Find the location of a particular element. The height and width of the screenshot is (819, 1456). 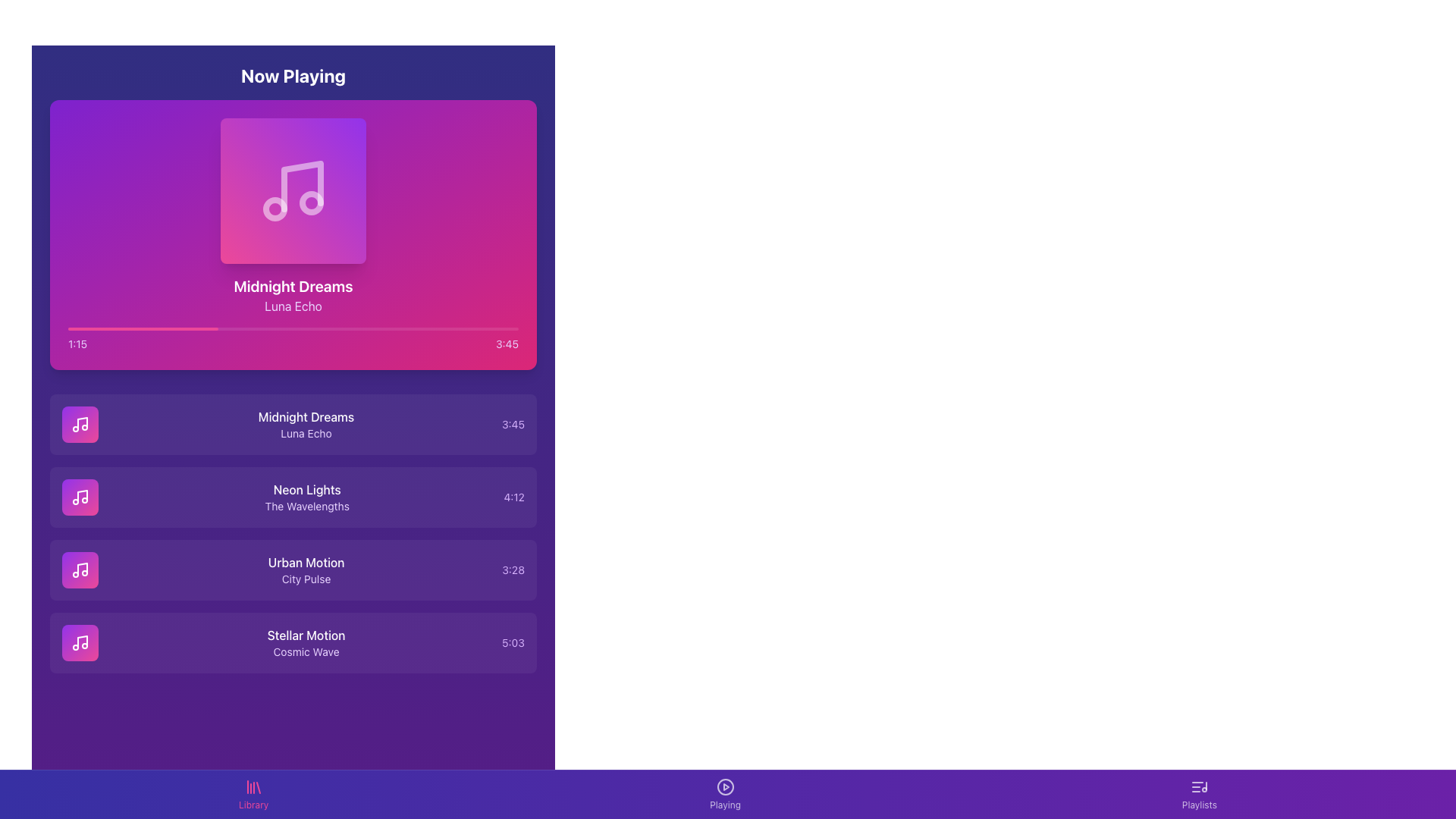

the second circle within the musical note icon, which is a decorative SVG component located to the lower left beside the stem of the note is located at coordinates (275, 209).